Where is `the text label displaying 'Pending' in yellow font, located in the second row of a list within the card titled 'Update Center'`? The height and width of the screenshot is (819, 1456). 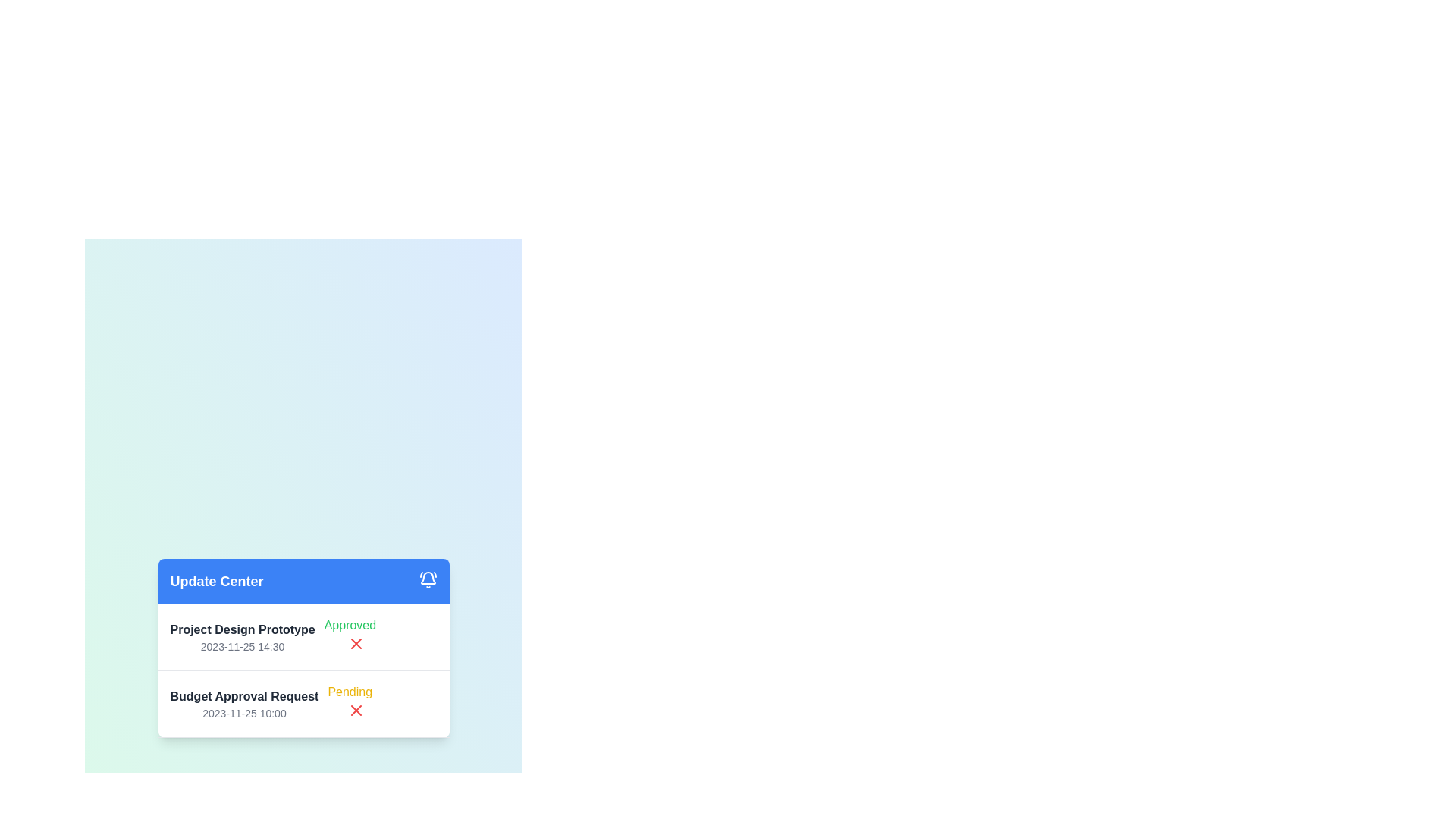
the text label displaying 'Pending' in yellow font, located in the second row of a list within the card titled 'Update Center' is located at coordinates (349, 704).